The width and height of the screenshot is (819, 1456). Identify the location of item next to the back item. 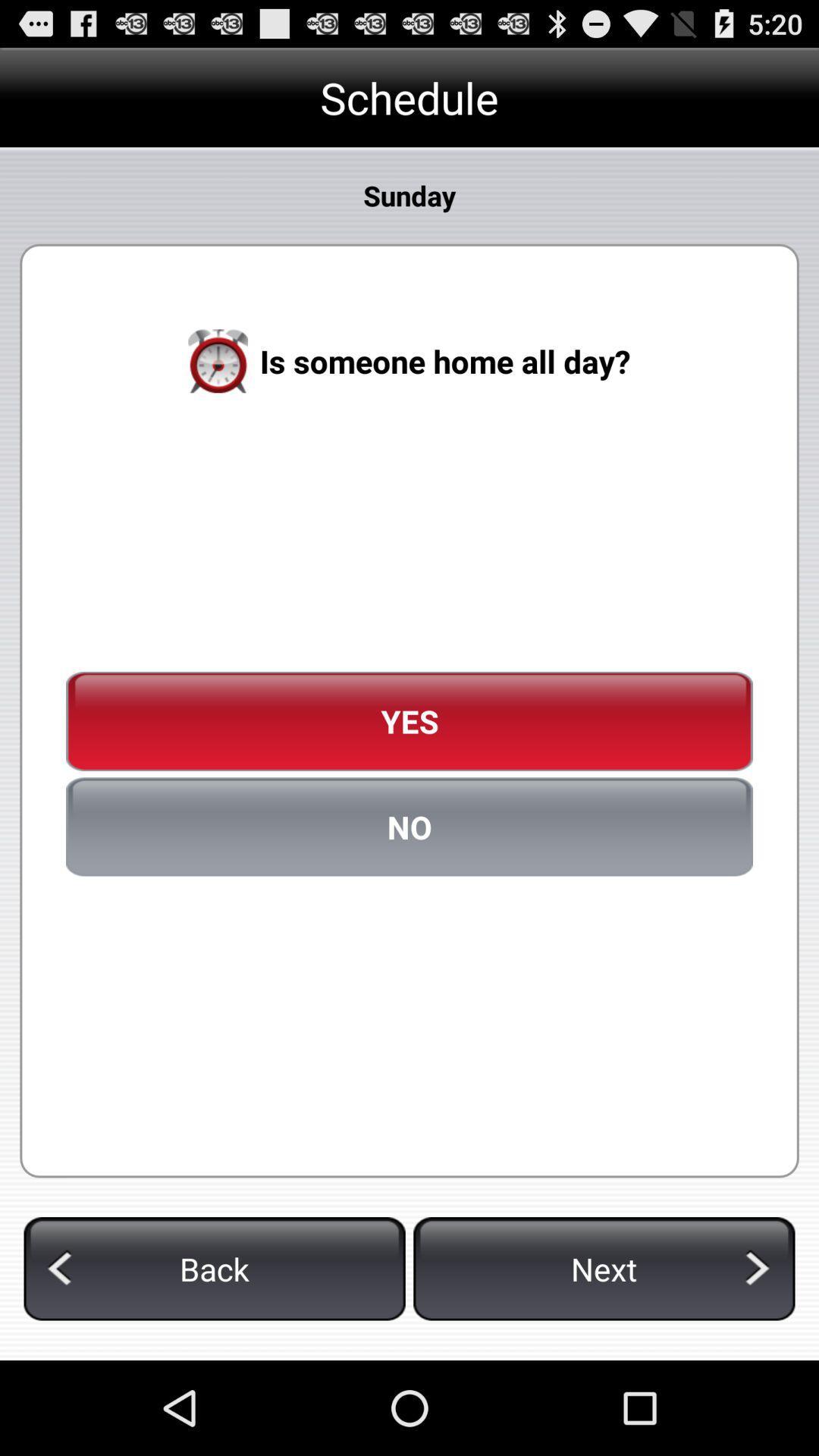
(603, 1269).